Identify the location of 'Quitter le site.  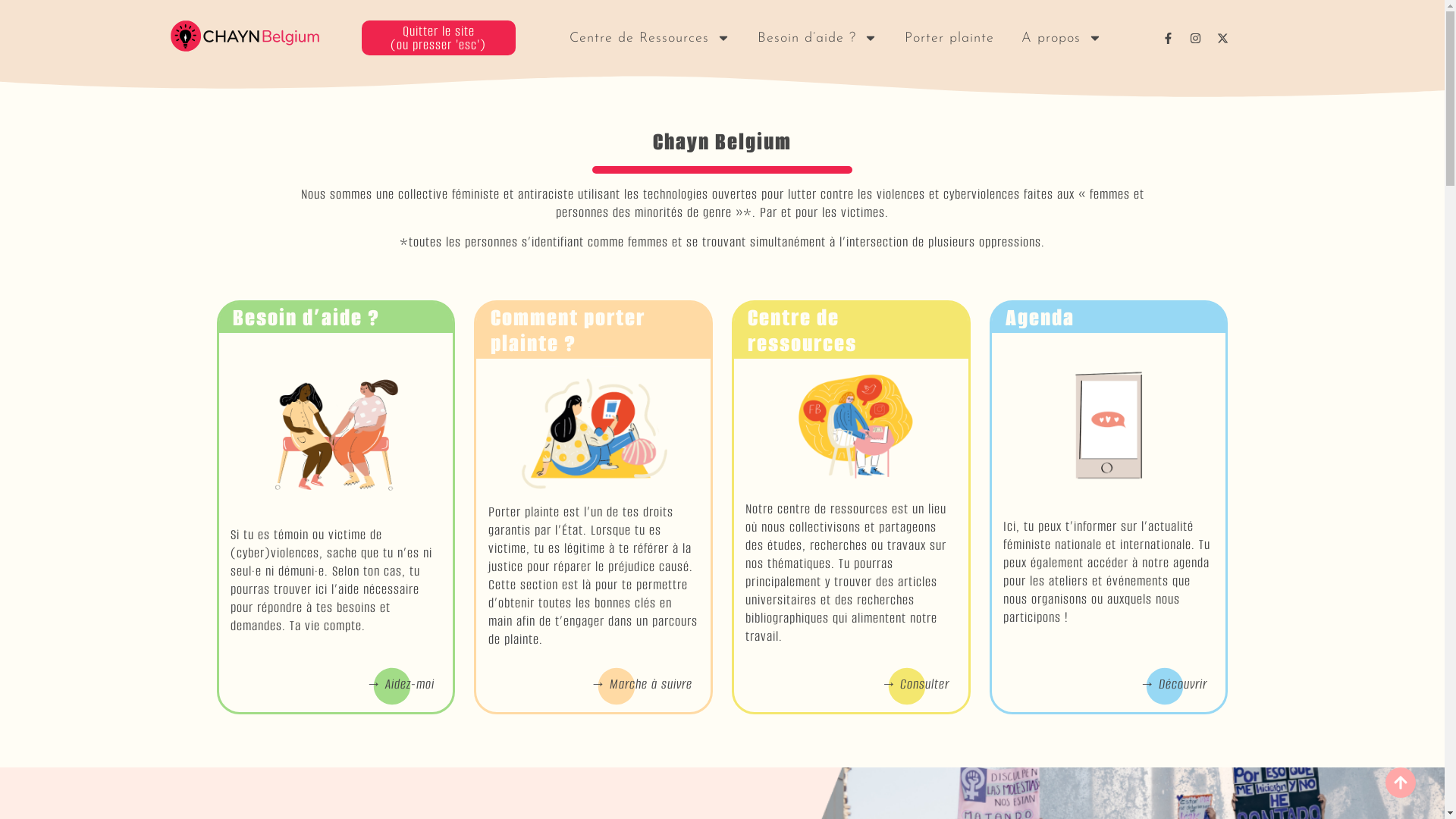
(437, 37).